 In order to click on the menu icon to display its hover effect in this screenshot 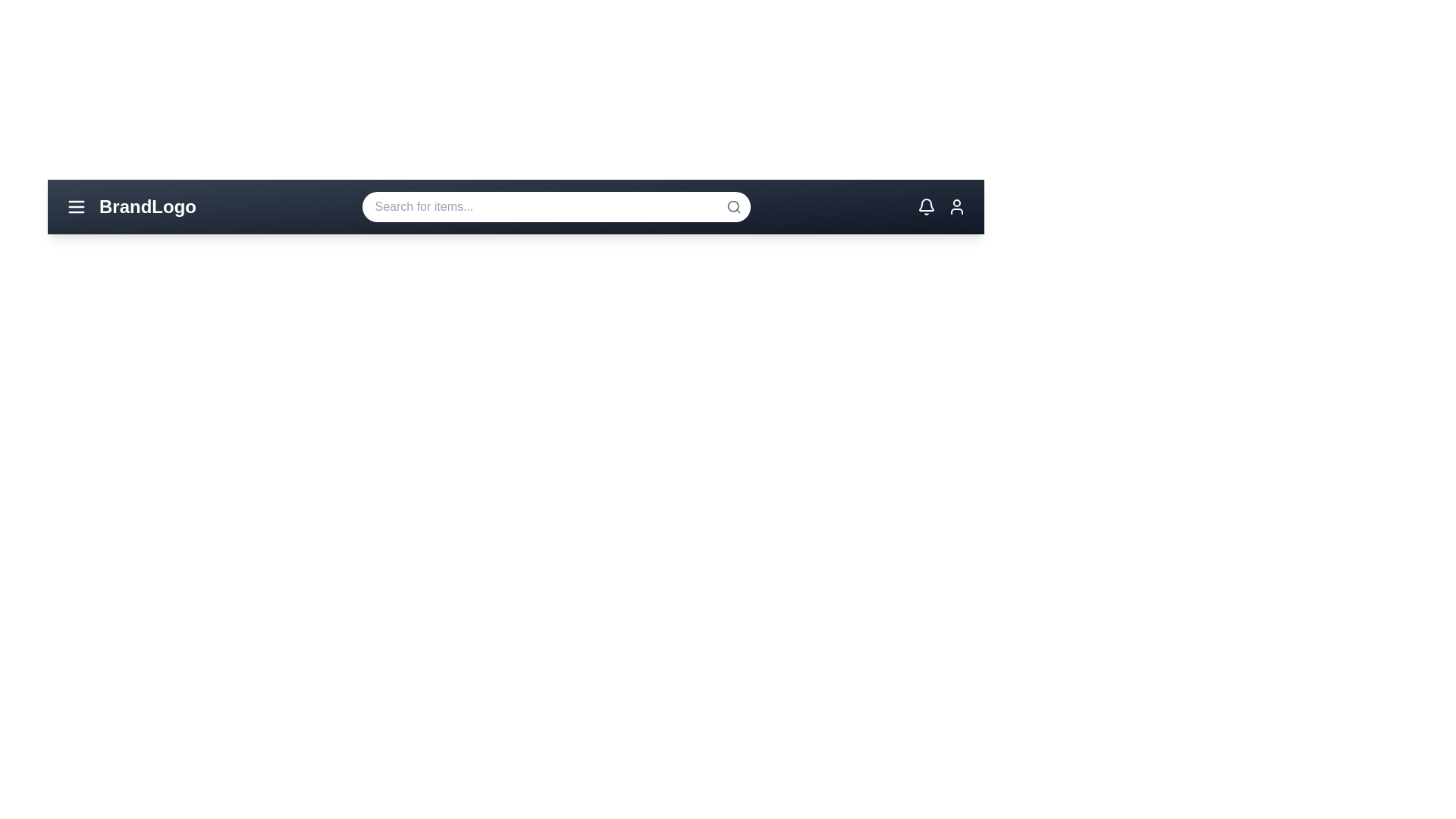, I will do `click(75, 207)`.